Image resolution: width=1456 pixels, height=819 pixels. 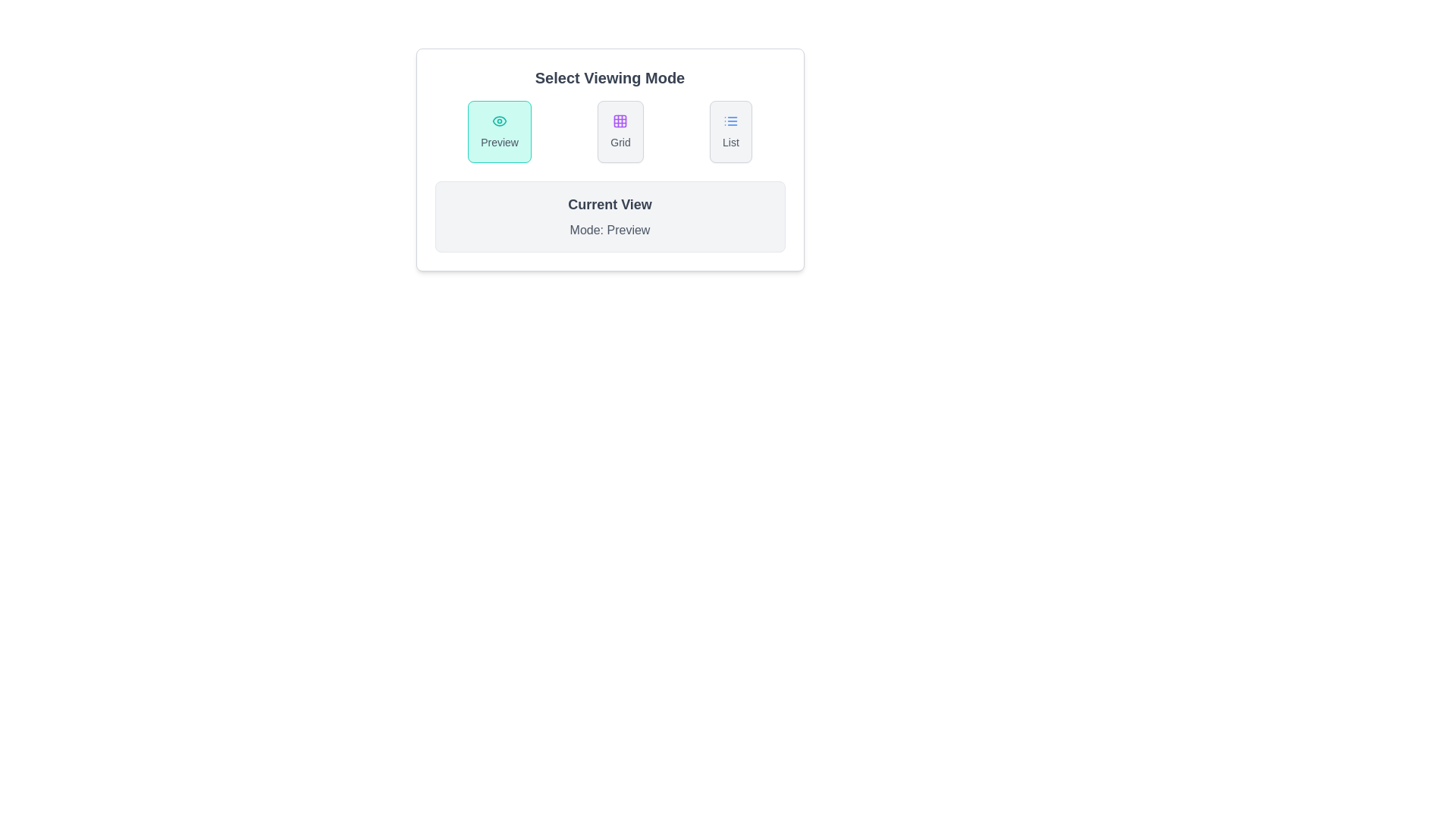 What do you see at coordinates (620, 130) in the screenshot?
I see `the 'Grid' selection button` at bounding box center [620, 130].